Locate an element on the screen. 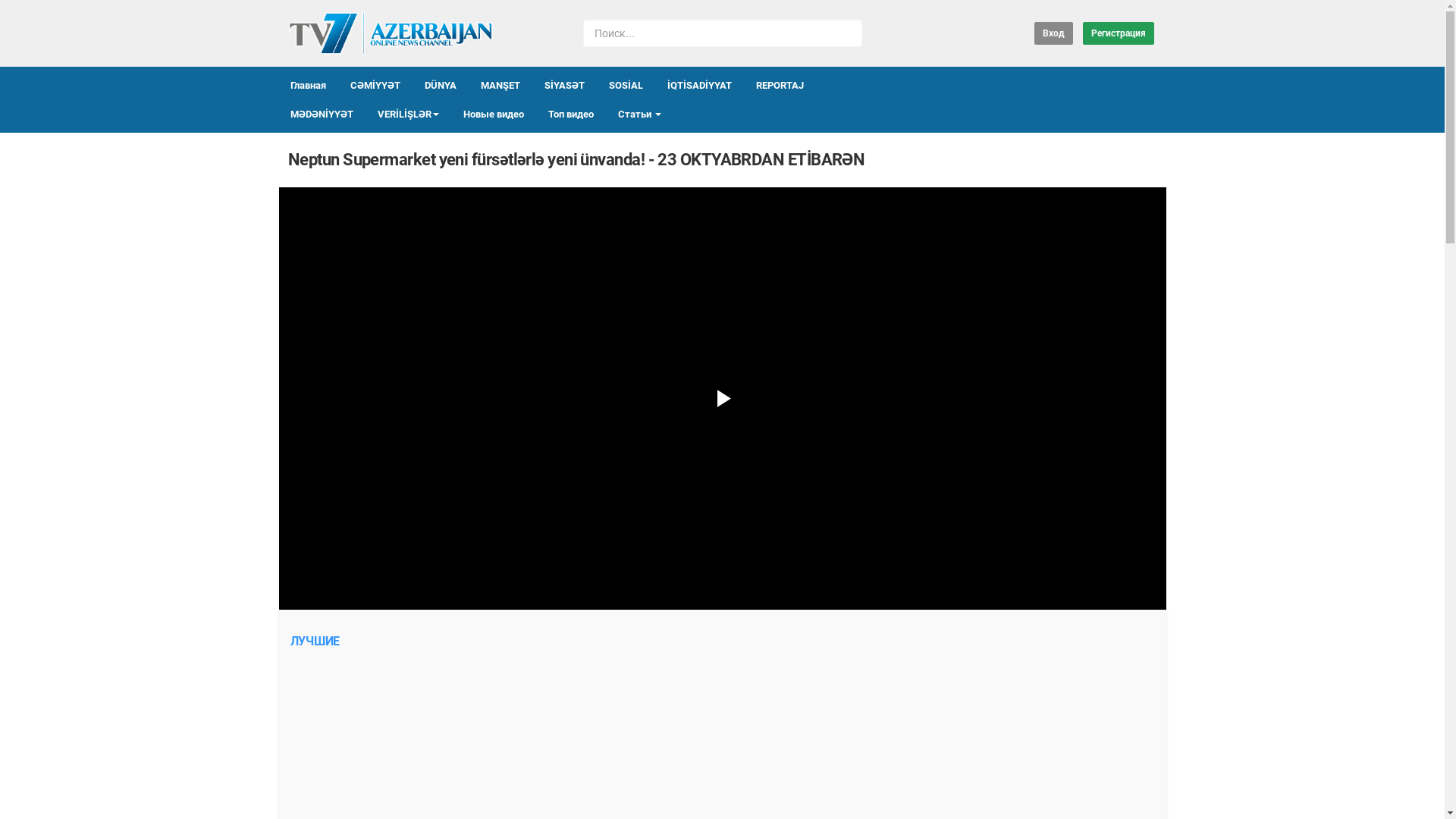 The image size is (1456, 819). 'REPORTAJ' is located at coordinates (780, 86).